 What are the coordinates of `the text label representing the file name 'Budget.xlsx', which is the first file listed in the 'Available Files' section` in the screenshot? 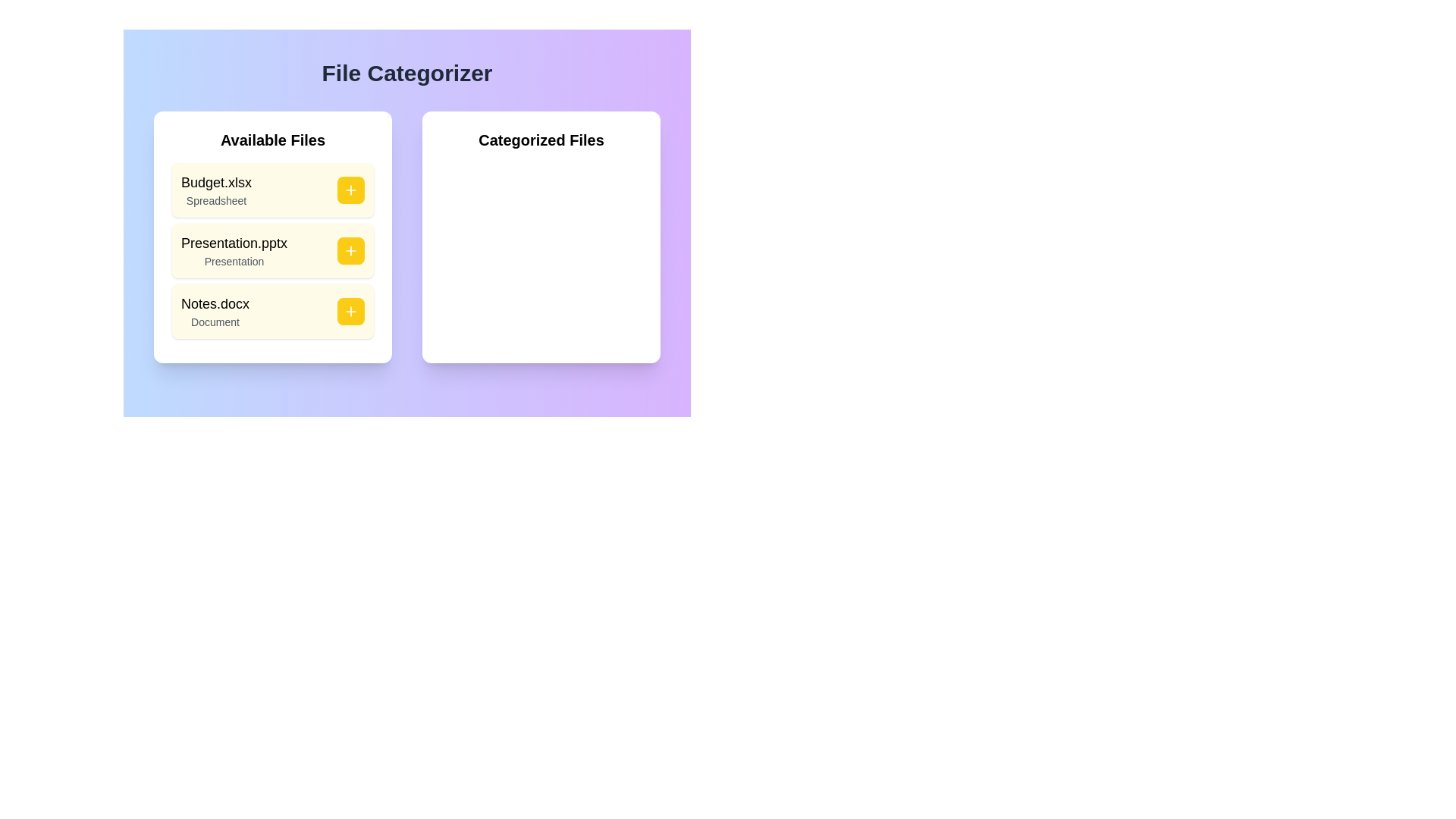 It's located at (215, 181).